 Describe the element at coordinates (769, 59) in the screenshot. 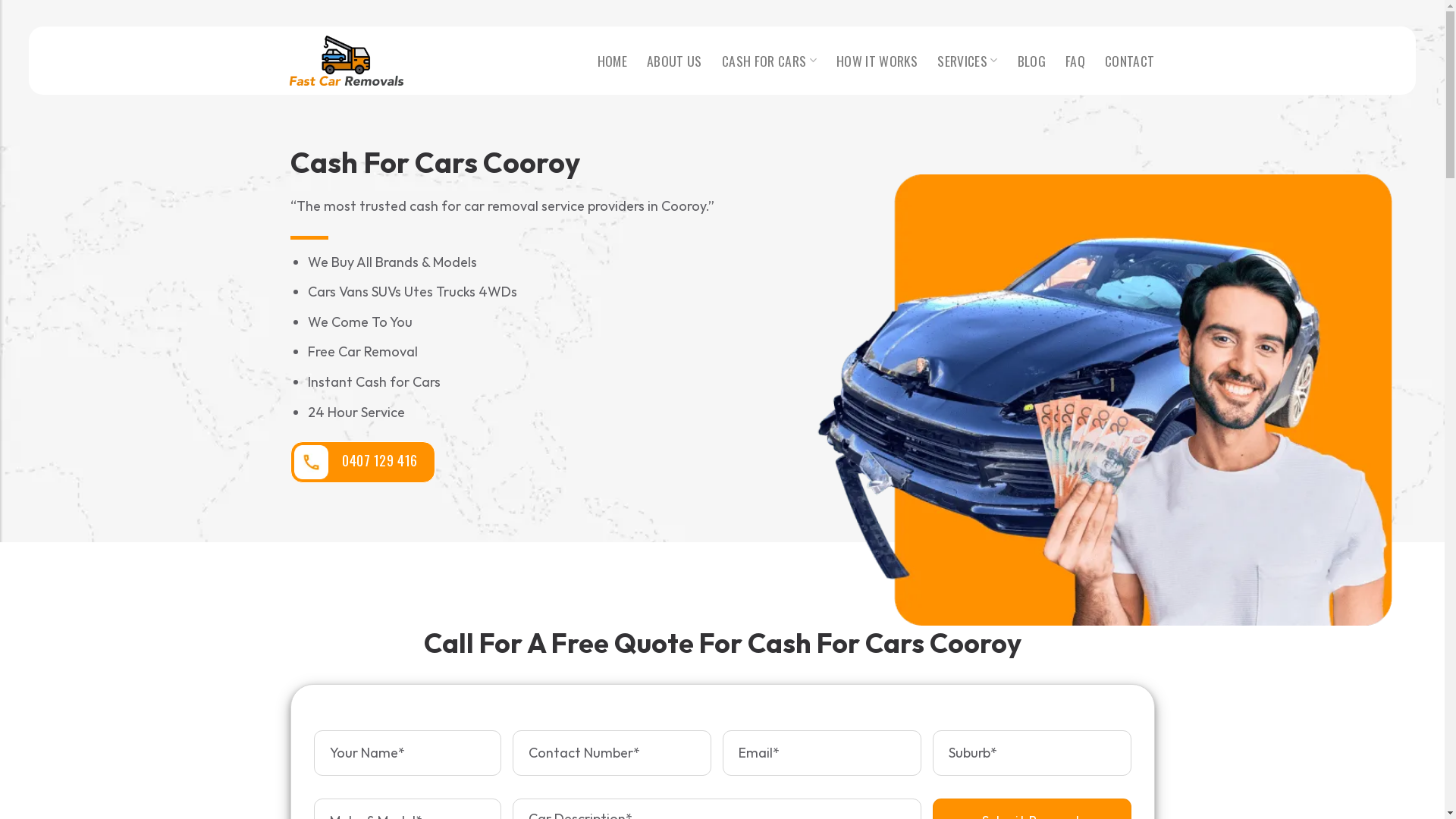

I see `'CASH FOR CARS'` at that location.